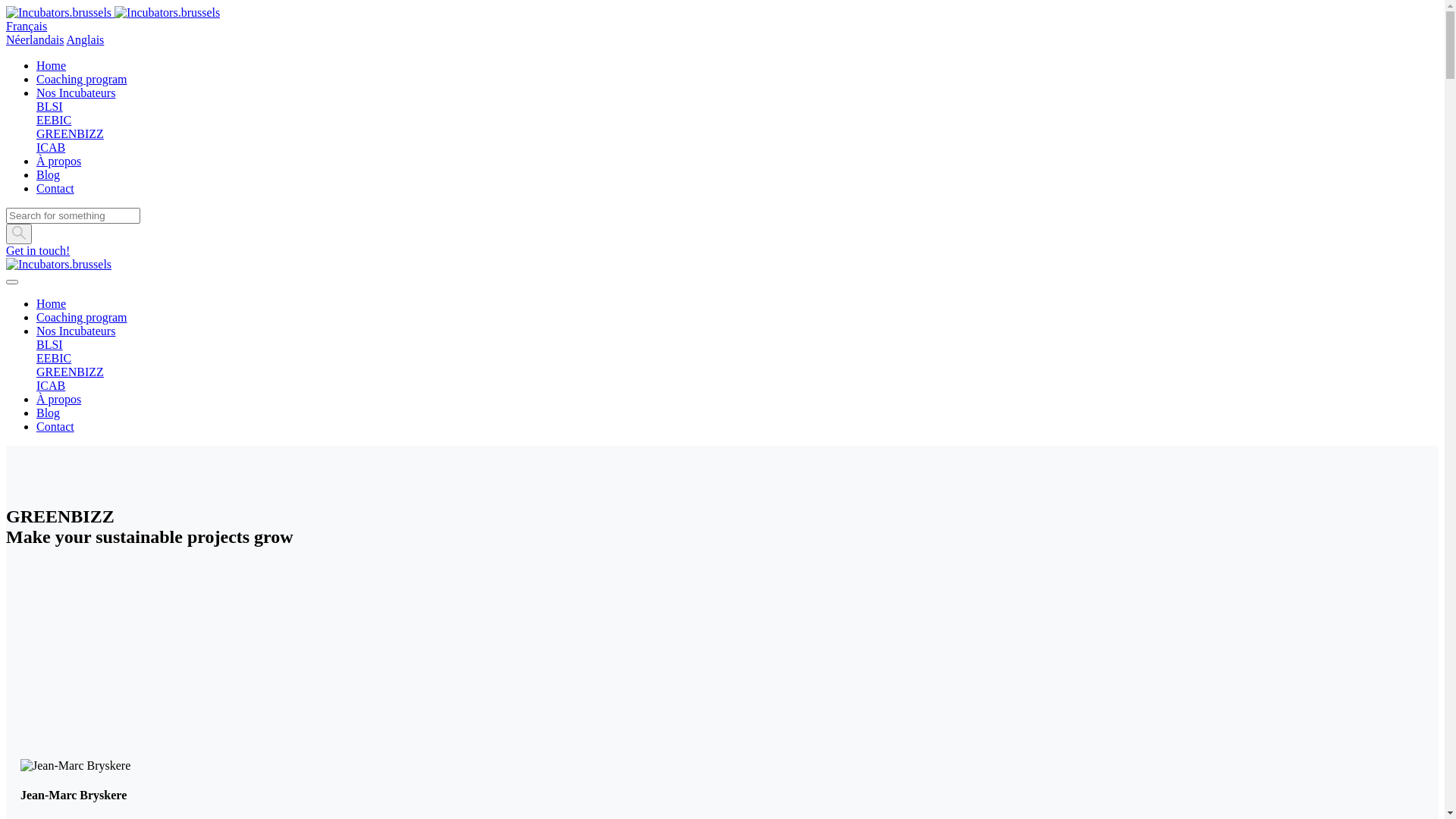 Image resolution: width=1456 pixels, height=819 pixels. Describe the element at coordinates (49, 344) in the screenshot. I see `'BLSI'` at that location.